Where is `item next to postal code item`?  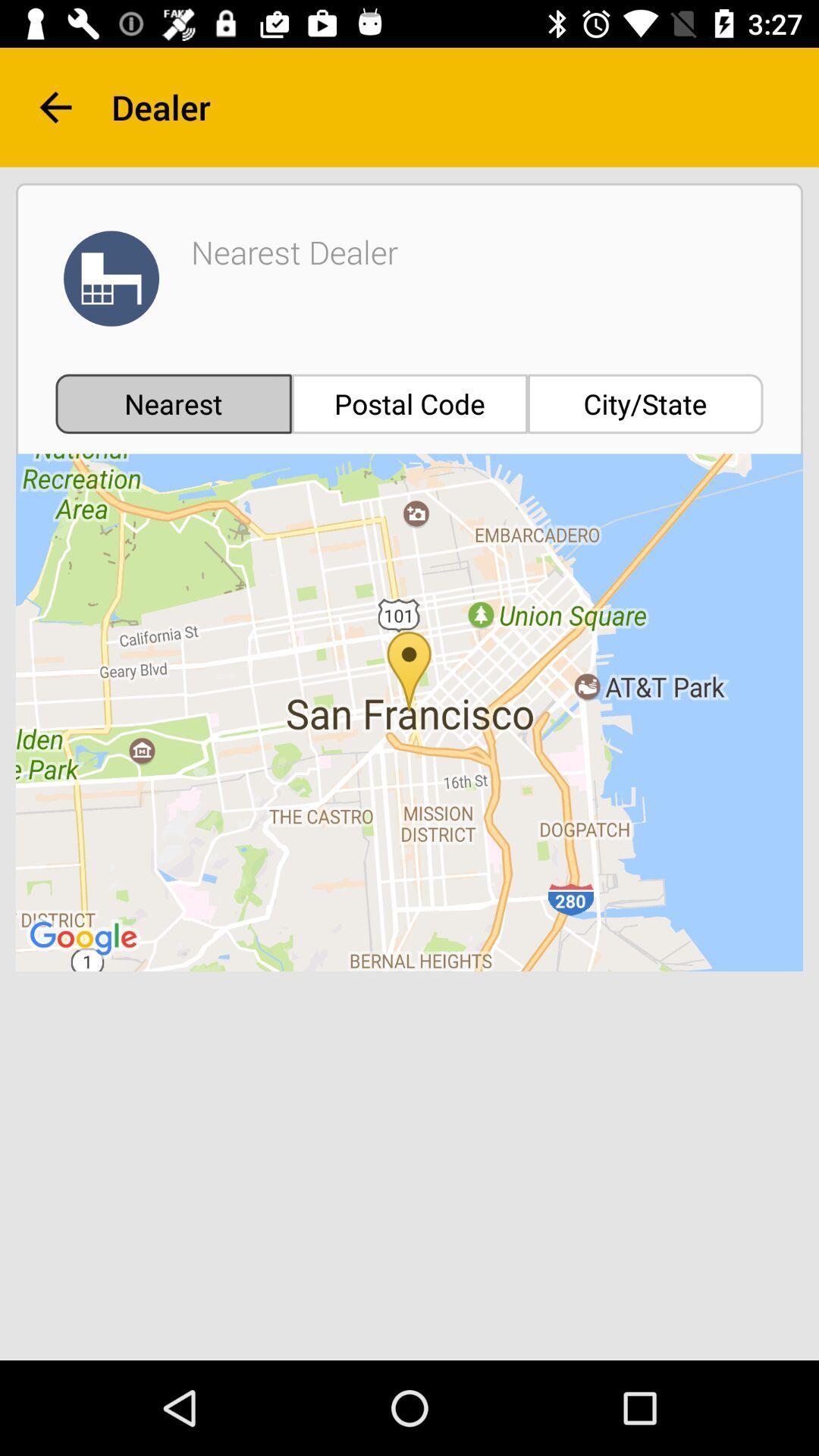 item next to postal code item is located at coordinates (645, 403).